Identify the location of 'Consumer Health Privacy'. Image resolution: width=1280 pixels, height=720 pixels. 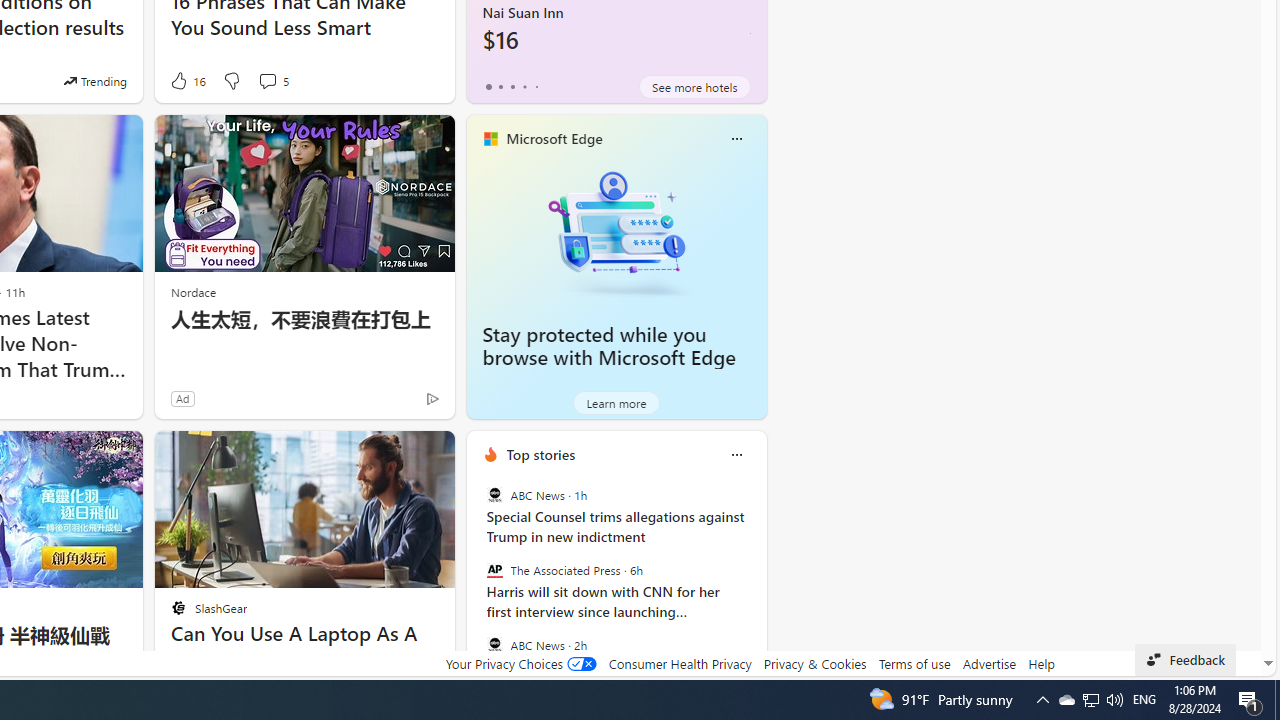
(680, 663).